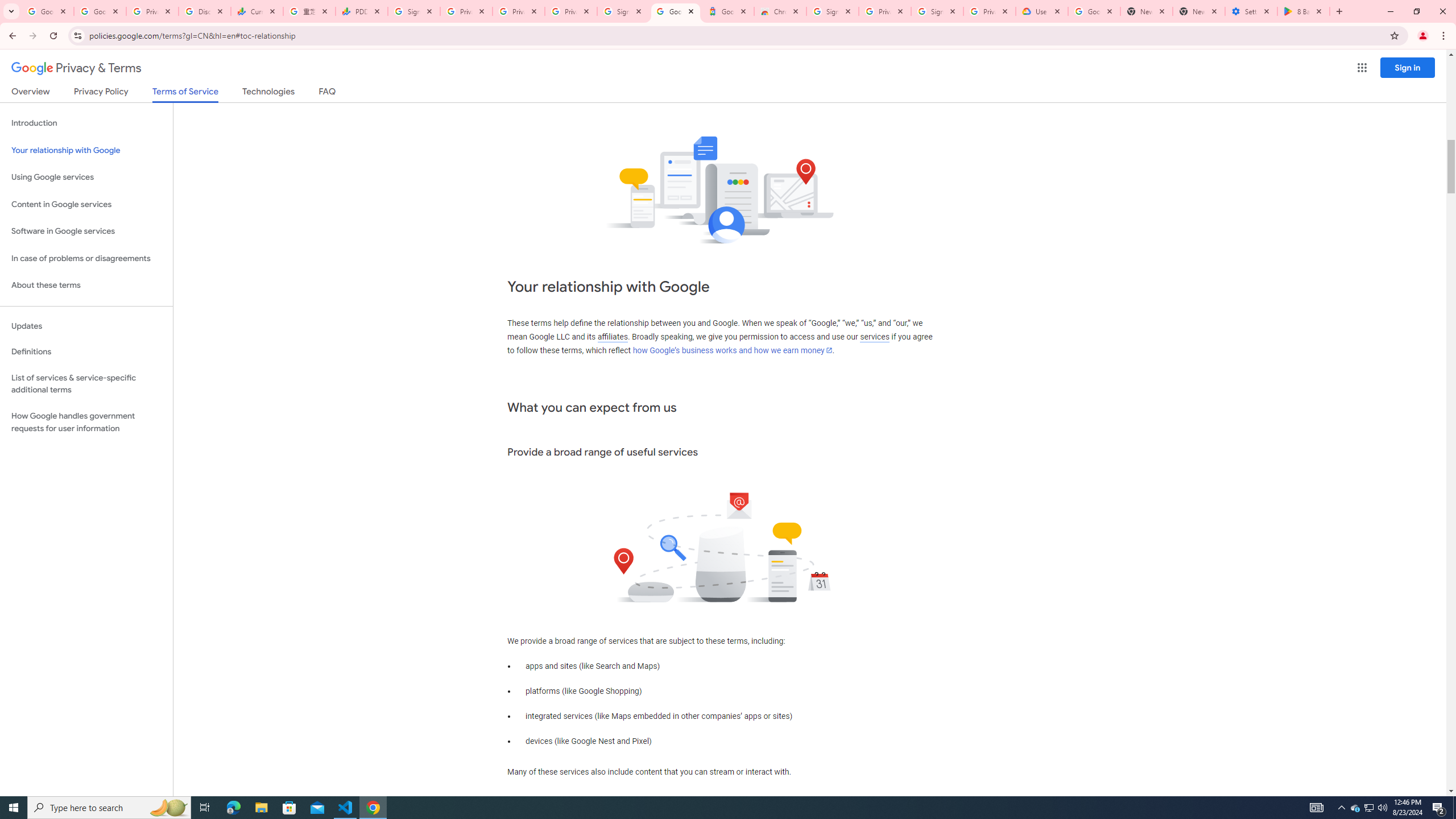  Describe the element at coordinates (47, 11) in the screenshot. I see `'Google Workspace Admin Community'` at that location.